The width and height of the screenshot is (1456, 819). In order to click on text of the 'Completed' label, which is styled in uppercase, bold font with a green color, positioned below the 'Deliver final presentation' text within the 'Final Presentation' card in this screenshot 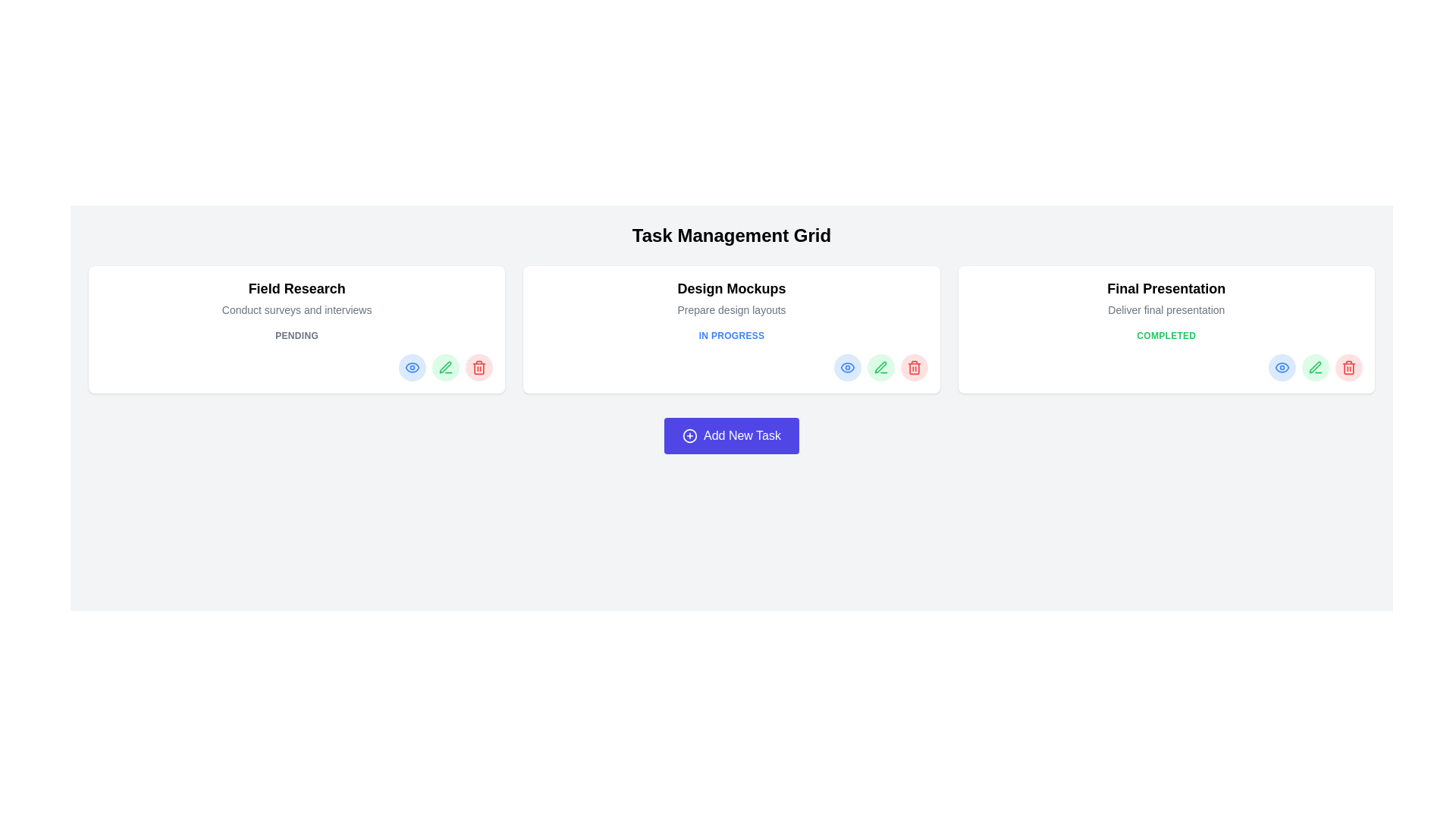, I will do `click(1166, 335)`.